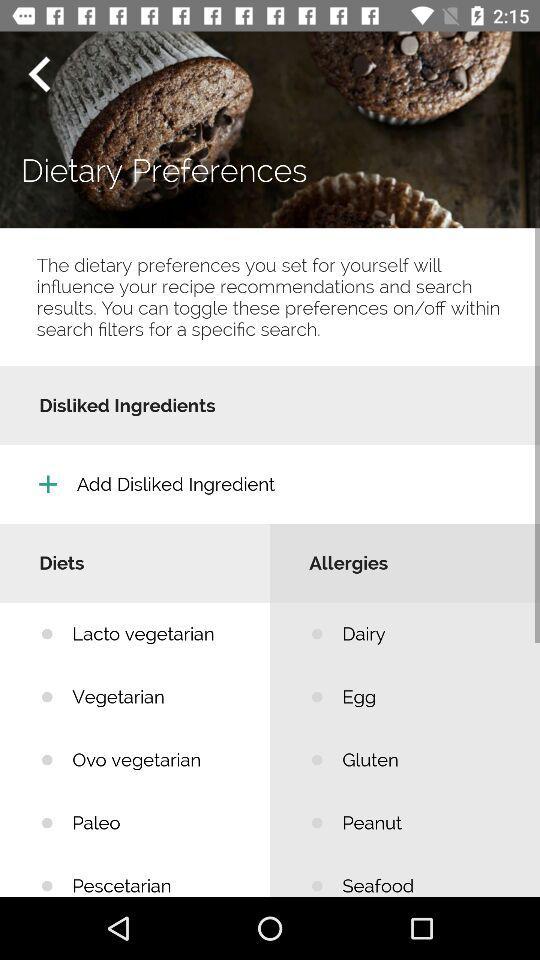 The image size is (540, 960). What do you see at coordinates (155, 823) in the screenshot?
I see `icon below the ovo vegetarian item` at bounding box center [155, 823].